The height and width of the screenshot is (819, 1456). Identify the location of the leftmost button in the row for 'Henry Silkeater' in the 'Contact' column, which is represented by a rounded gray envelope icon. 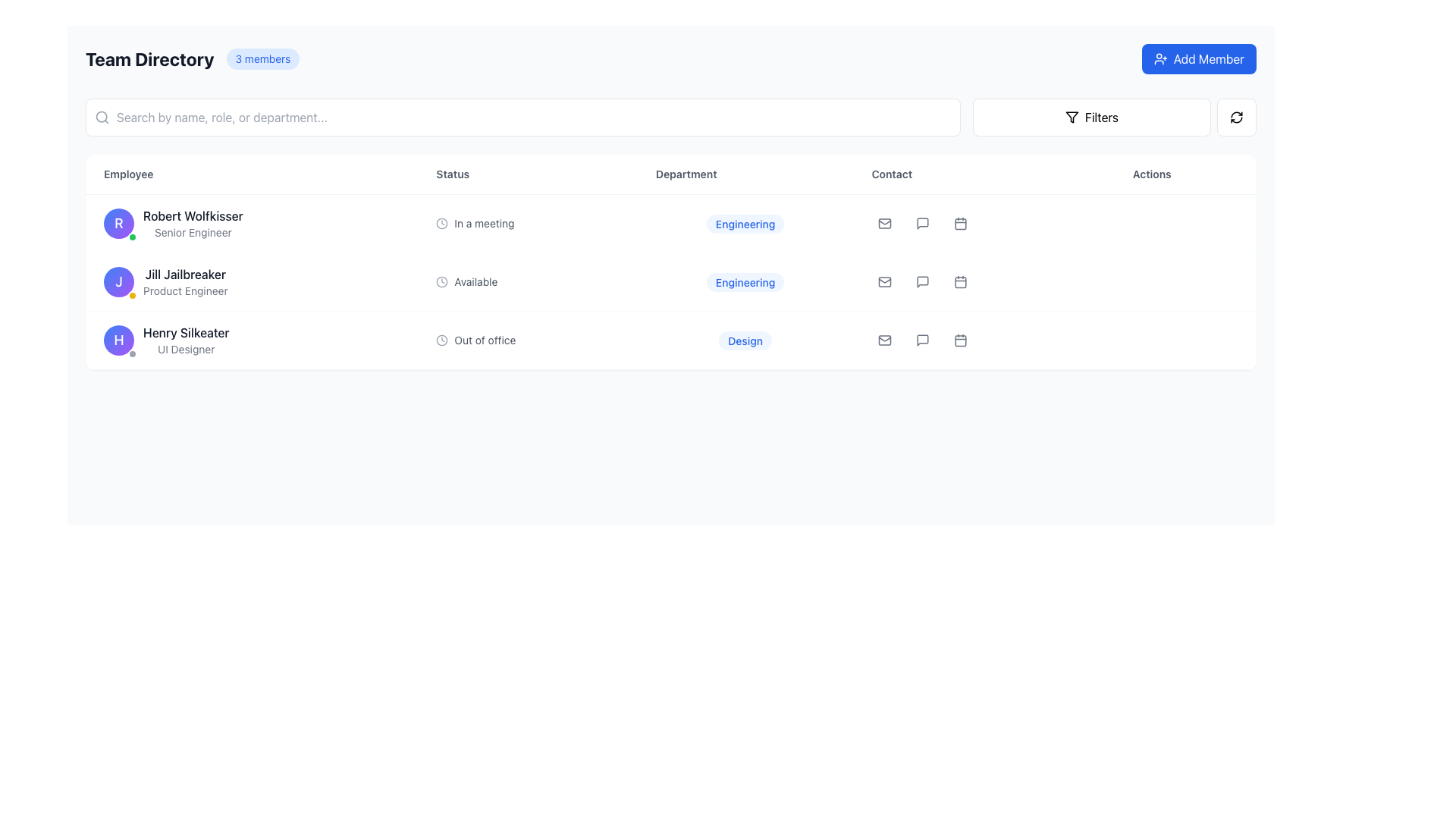
(884, 339).